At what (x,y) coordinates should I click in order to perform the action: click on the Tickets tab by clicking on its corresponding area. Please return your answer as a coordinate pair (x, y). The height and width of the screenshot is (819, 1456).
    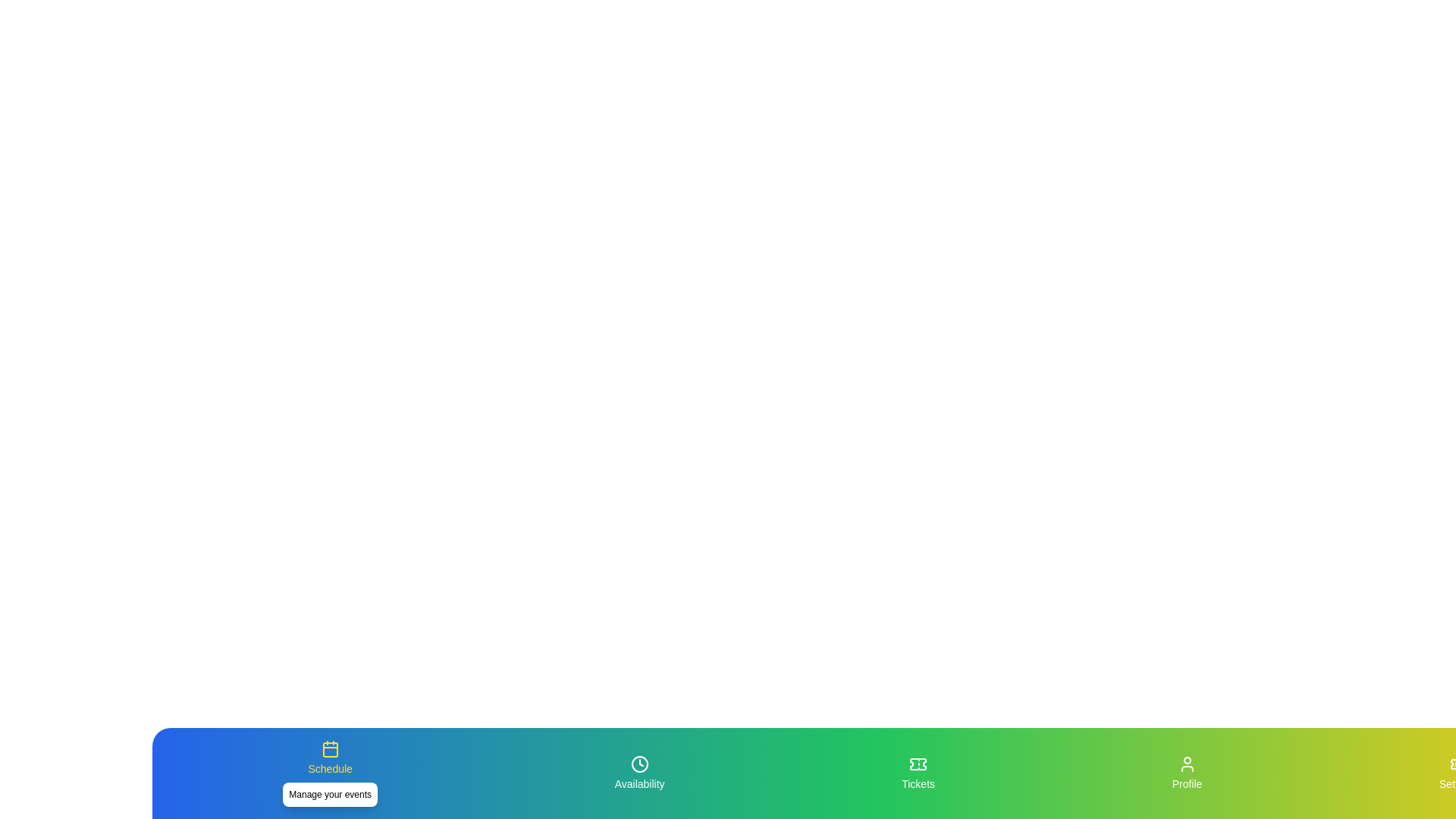
    Looking at the image, I should click on (918, 773).